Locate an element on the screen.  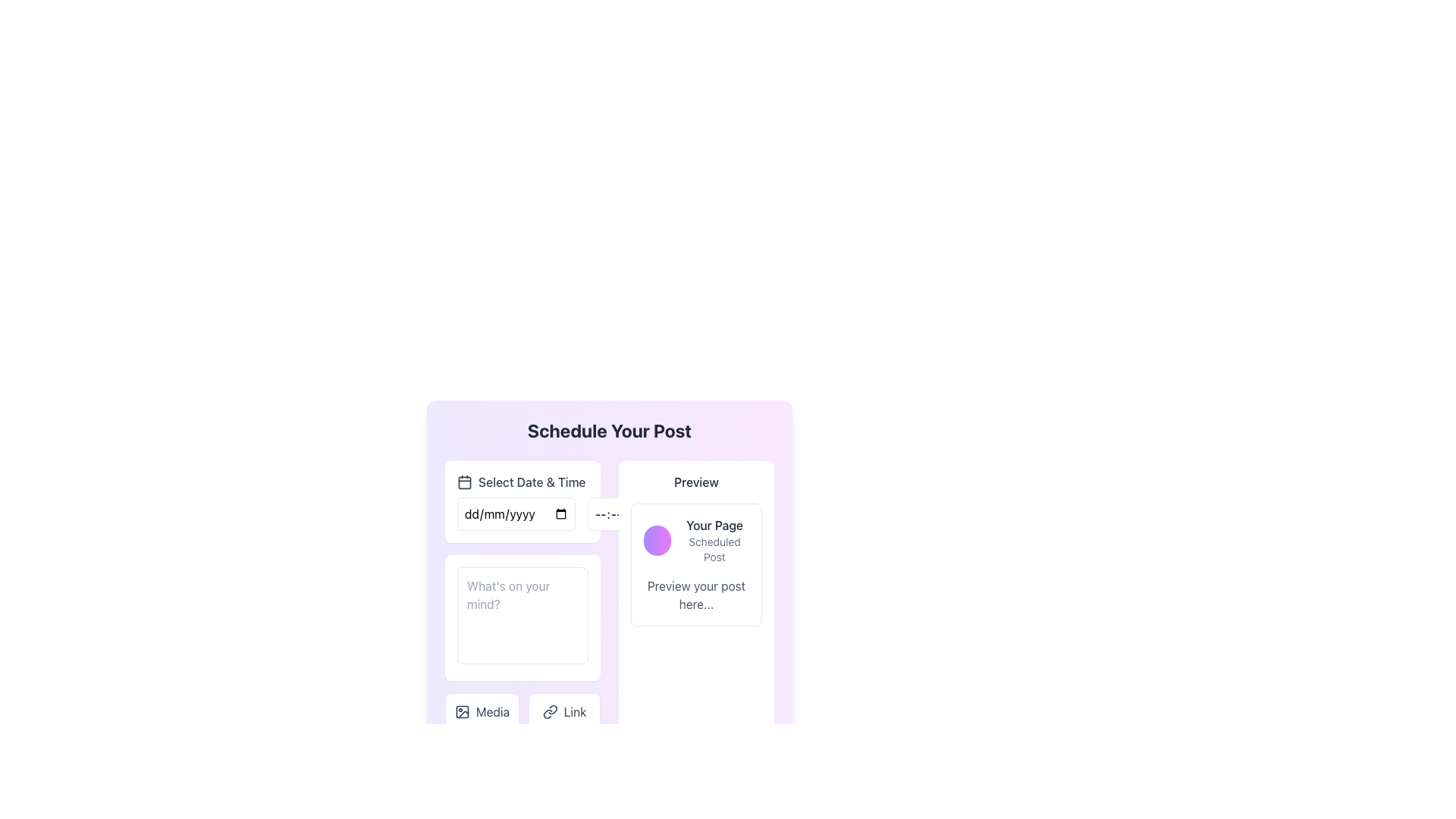
the text label displaying 'Your Page' and the status 'Scheduled Post' located in the preview section on the right side of the interface is located at coordinates (714, 540).